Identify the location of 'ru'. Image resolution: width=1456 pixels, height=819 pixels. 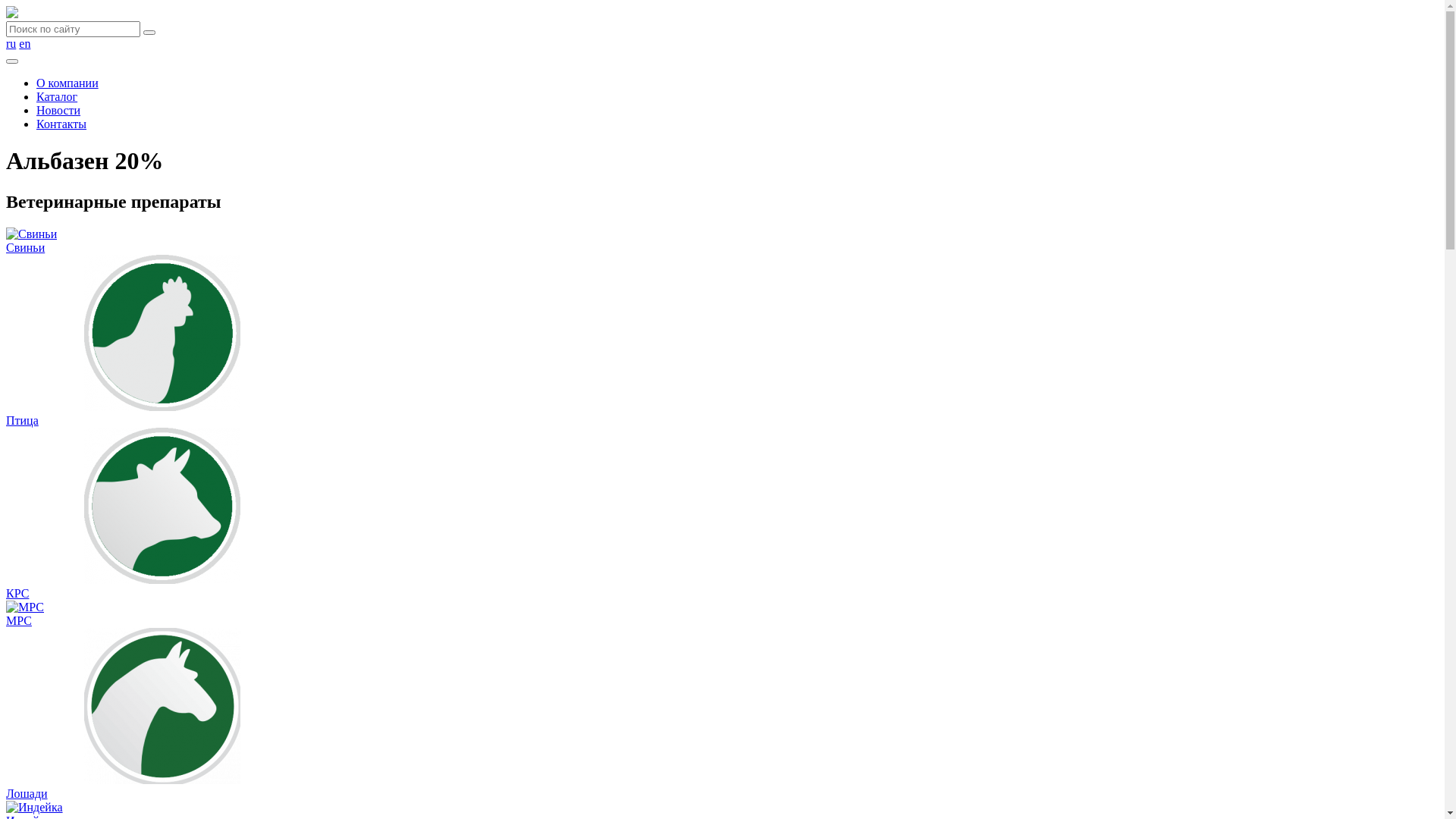
(11, 42).